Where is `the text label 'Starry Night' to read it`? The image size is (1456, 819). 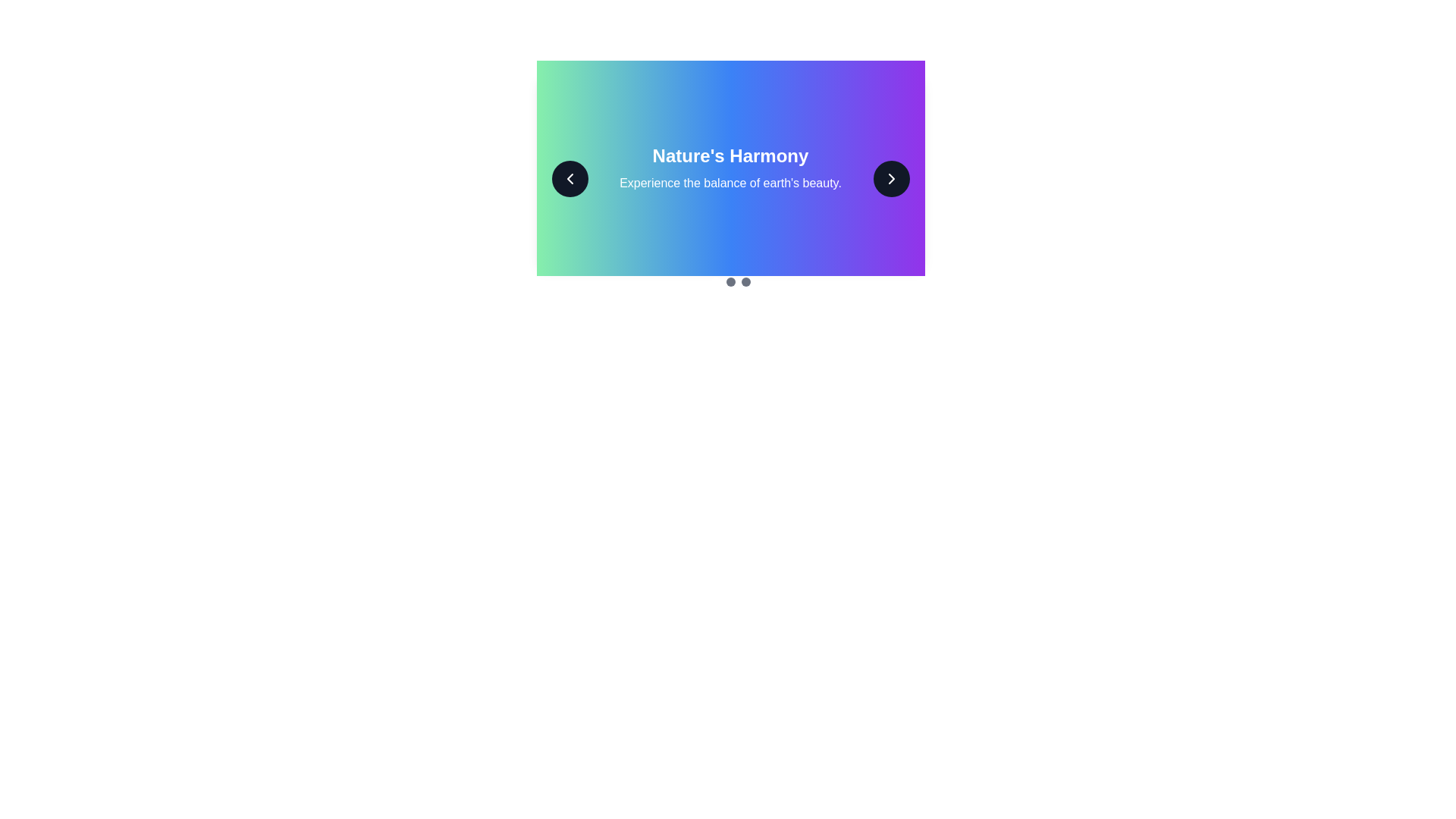
the text label 'Starry Night' to read it is located at coordinates (730, 155).